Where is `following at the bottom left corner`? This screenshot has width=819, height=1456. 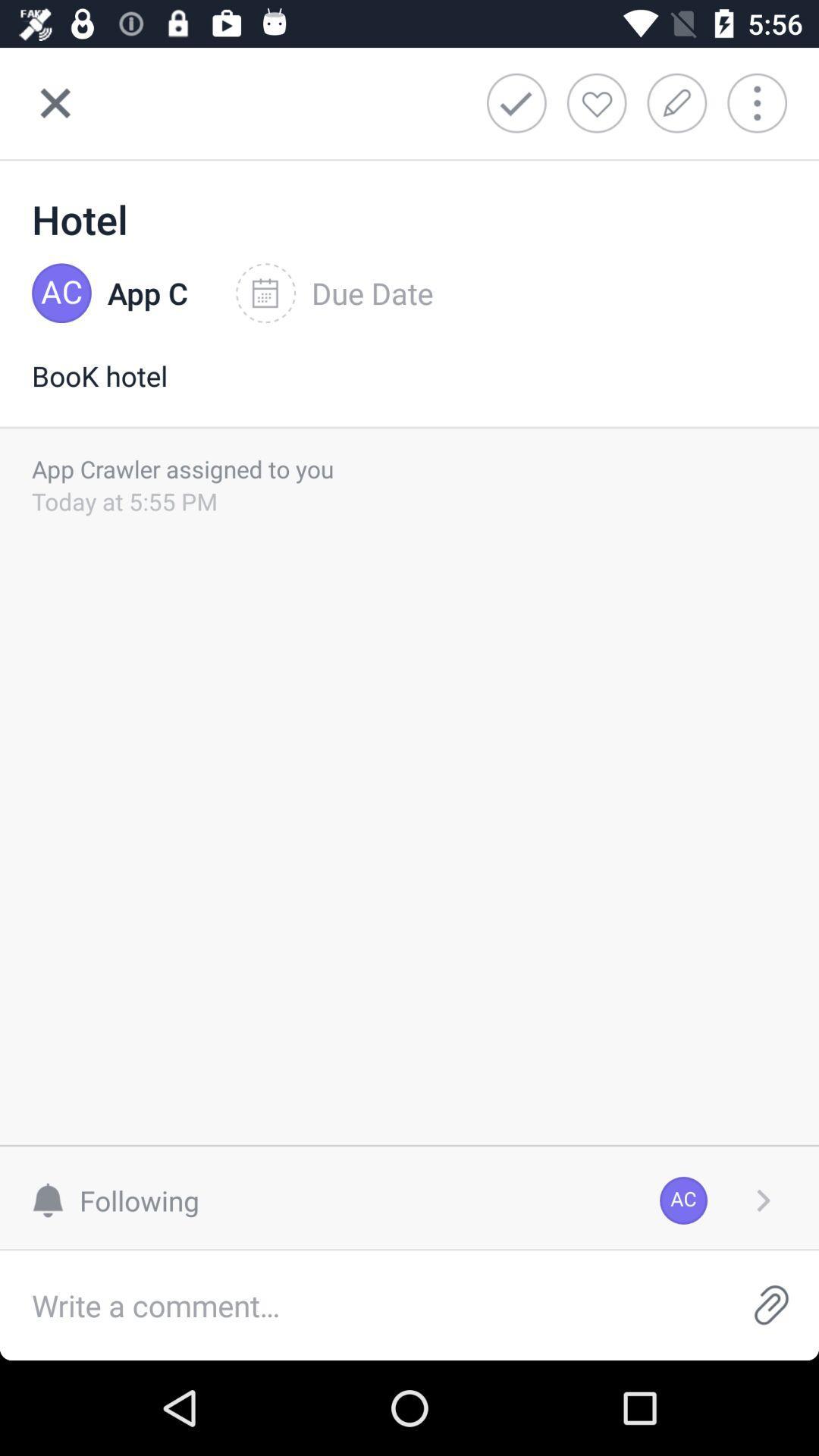 following at the bottom left corner is located at coordinates (122, 1200).